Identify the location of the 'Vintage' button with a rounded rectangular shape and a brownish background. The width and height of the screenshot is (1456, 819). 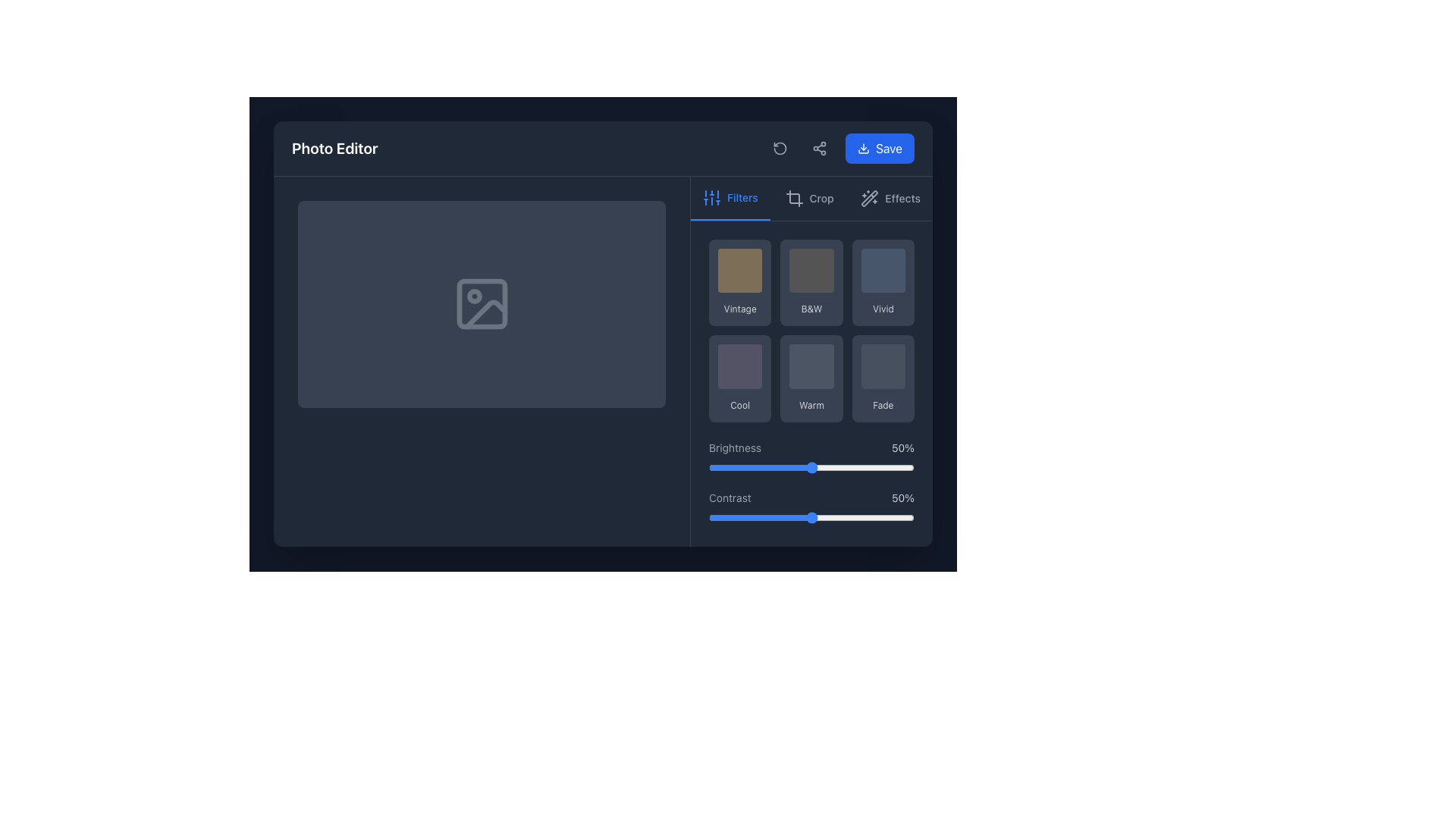
(740, 283).